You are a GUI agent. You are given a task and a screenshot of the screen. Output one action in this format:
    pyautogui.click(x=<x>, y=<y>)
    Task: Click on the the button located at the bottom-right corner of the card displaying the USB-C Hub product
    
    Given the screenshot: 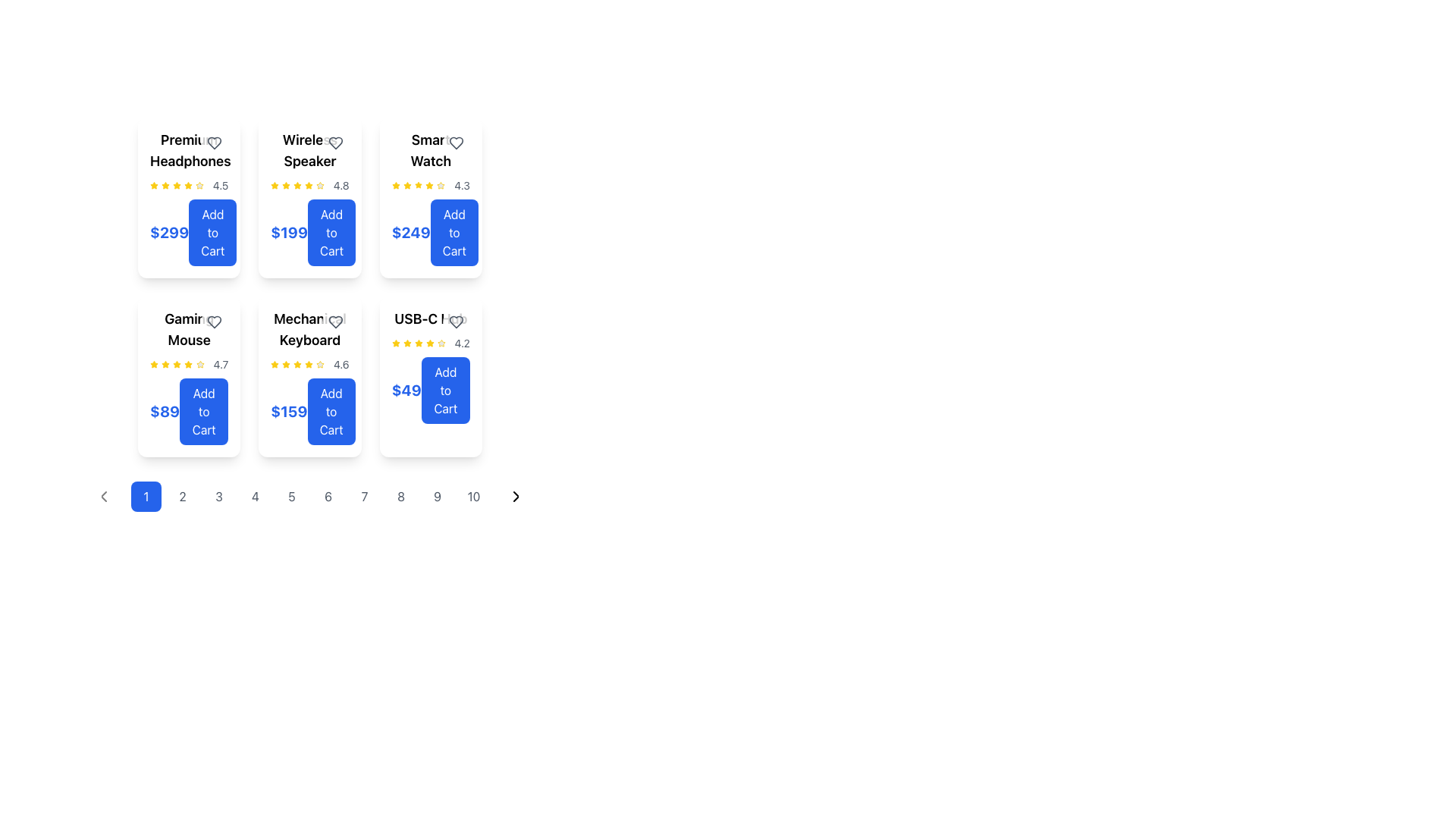 What is the action you would take?
    pyautogui.click(x=444, y=390)
    